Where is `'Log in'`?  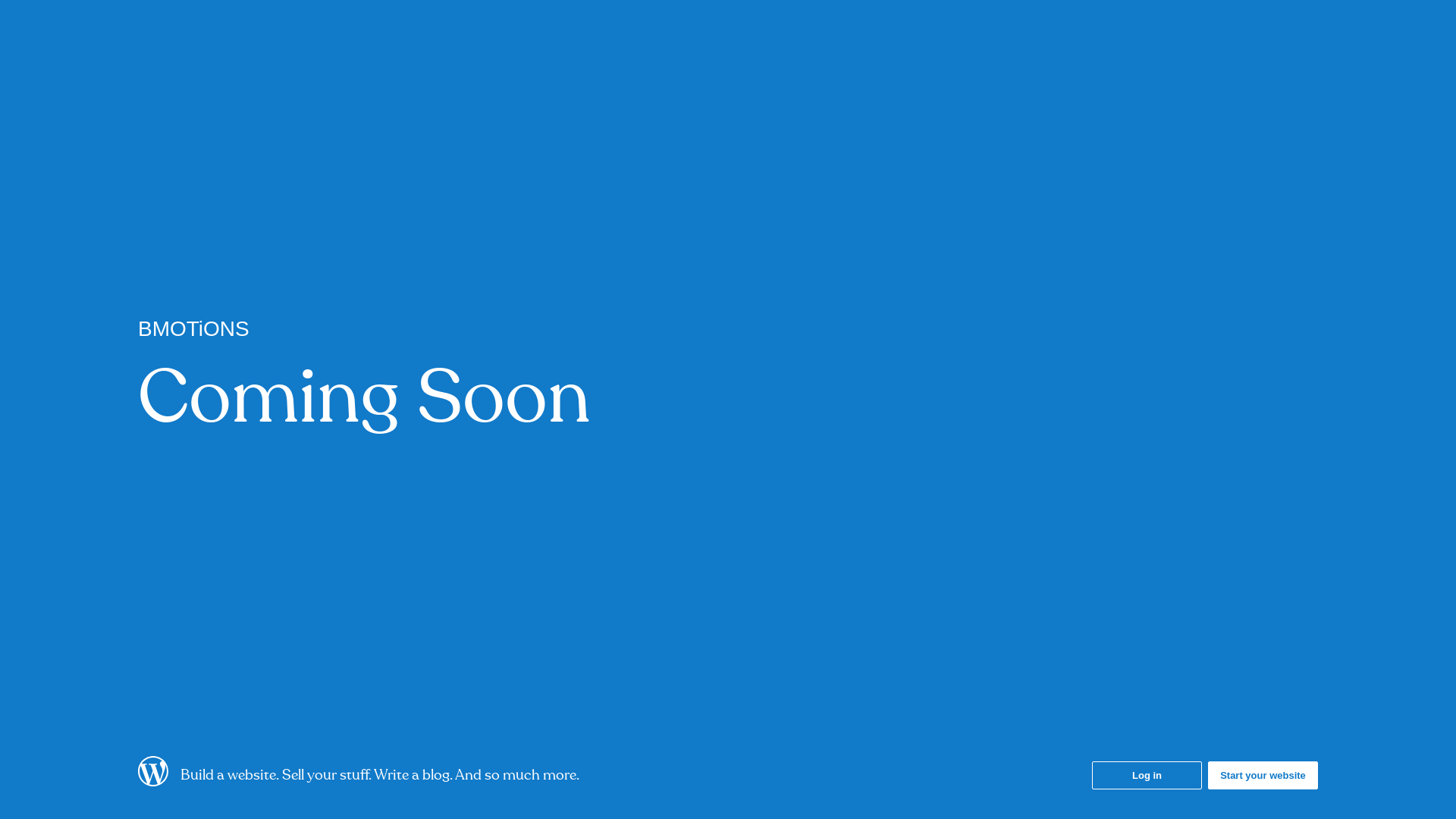 'Log in' is located at coordinates (1147, 775).